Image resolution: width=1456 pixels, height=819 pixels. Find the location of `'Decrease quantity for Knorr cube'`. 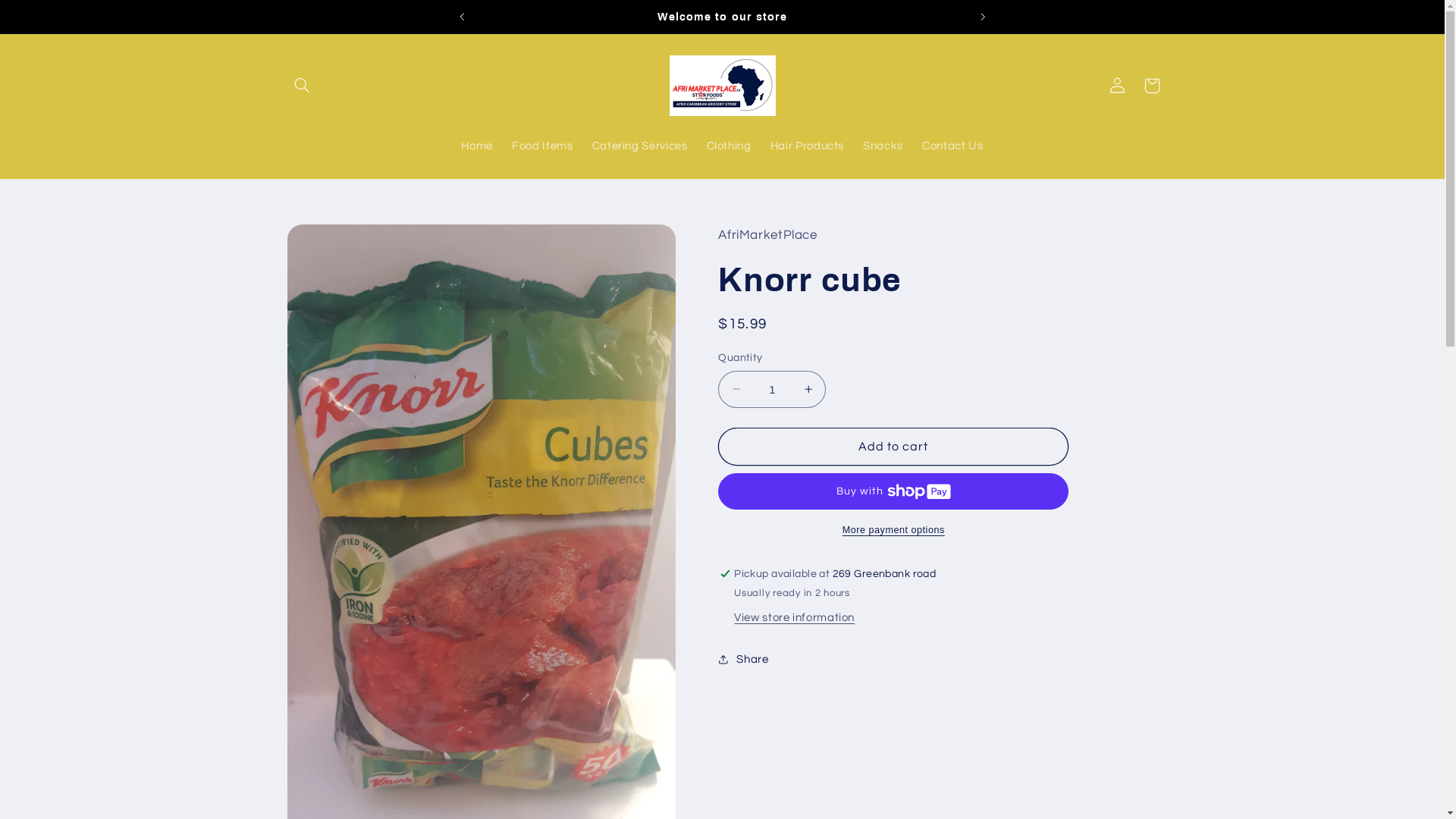

'Decrease quantity for Knorr cube' is located at coordinates (736, 388).